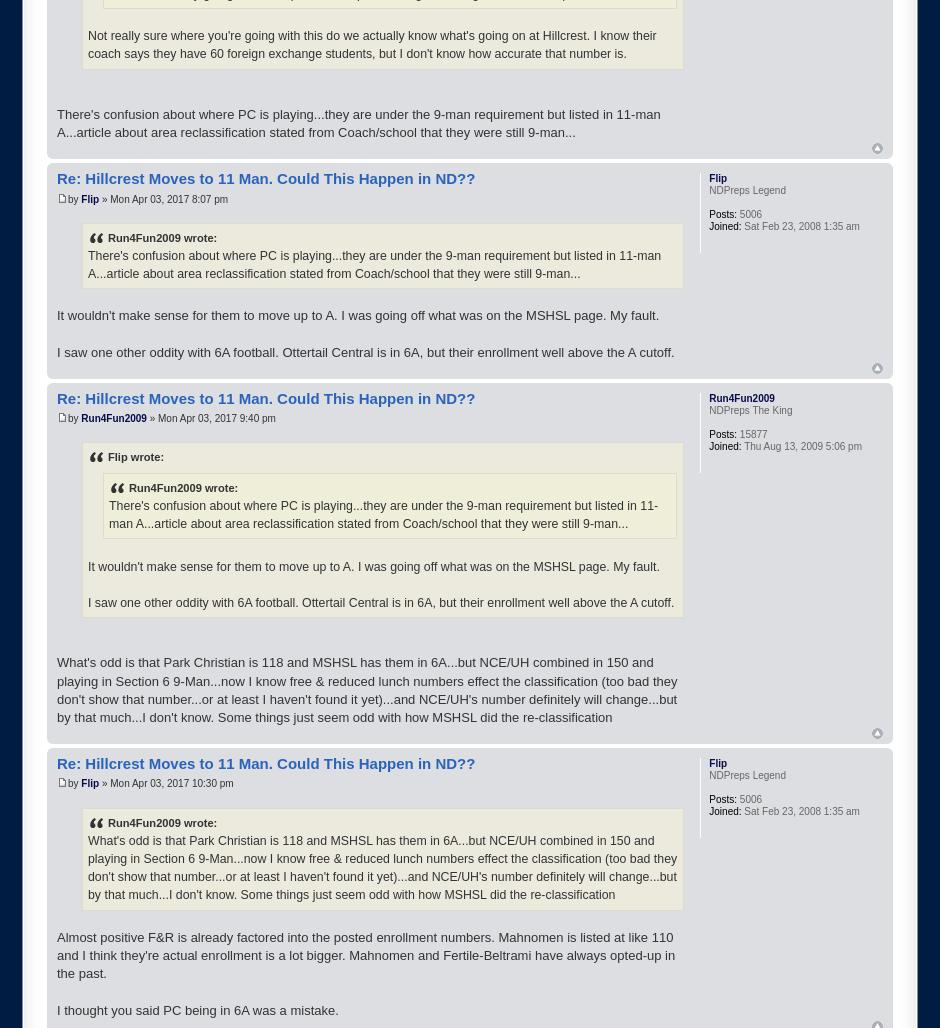 Image resolution: width=940 pixels, height=1028 pixels. What do you see at coordinates (196, 1008) in the screenshot?
I see `'I thought you said PC being in 6A was a mistake.'` at bounding box center [196, 1008].